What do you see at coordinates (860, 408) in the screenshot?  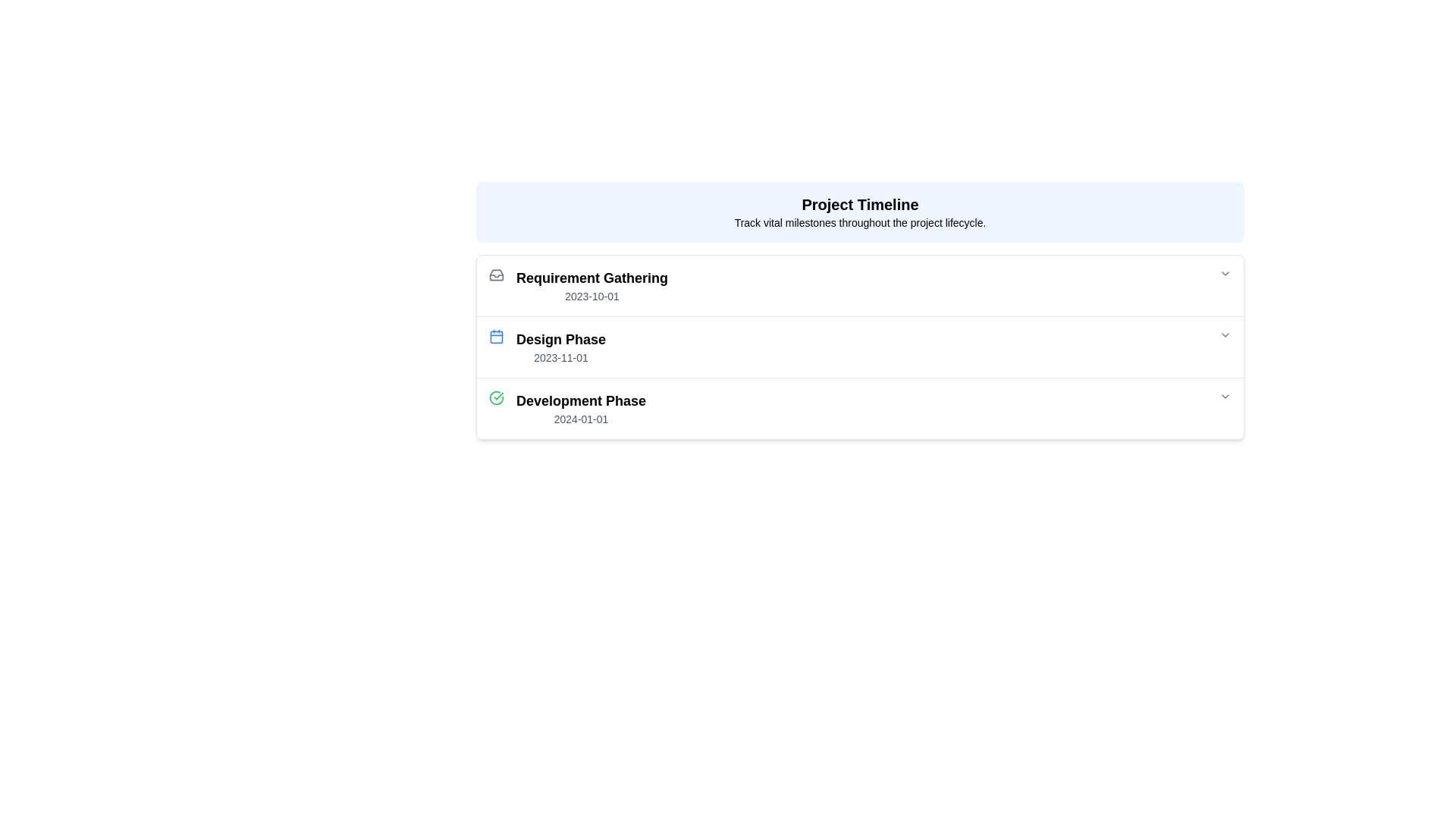 I see `the third list item in the vertical timeline that displays a phase or stage with its title, date, and status, located below 'Requirement Gathering' and 'Design Phase'` at bounding box center [860, 408].